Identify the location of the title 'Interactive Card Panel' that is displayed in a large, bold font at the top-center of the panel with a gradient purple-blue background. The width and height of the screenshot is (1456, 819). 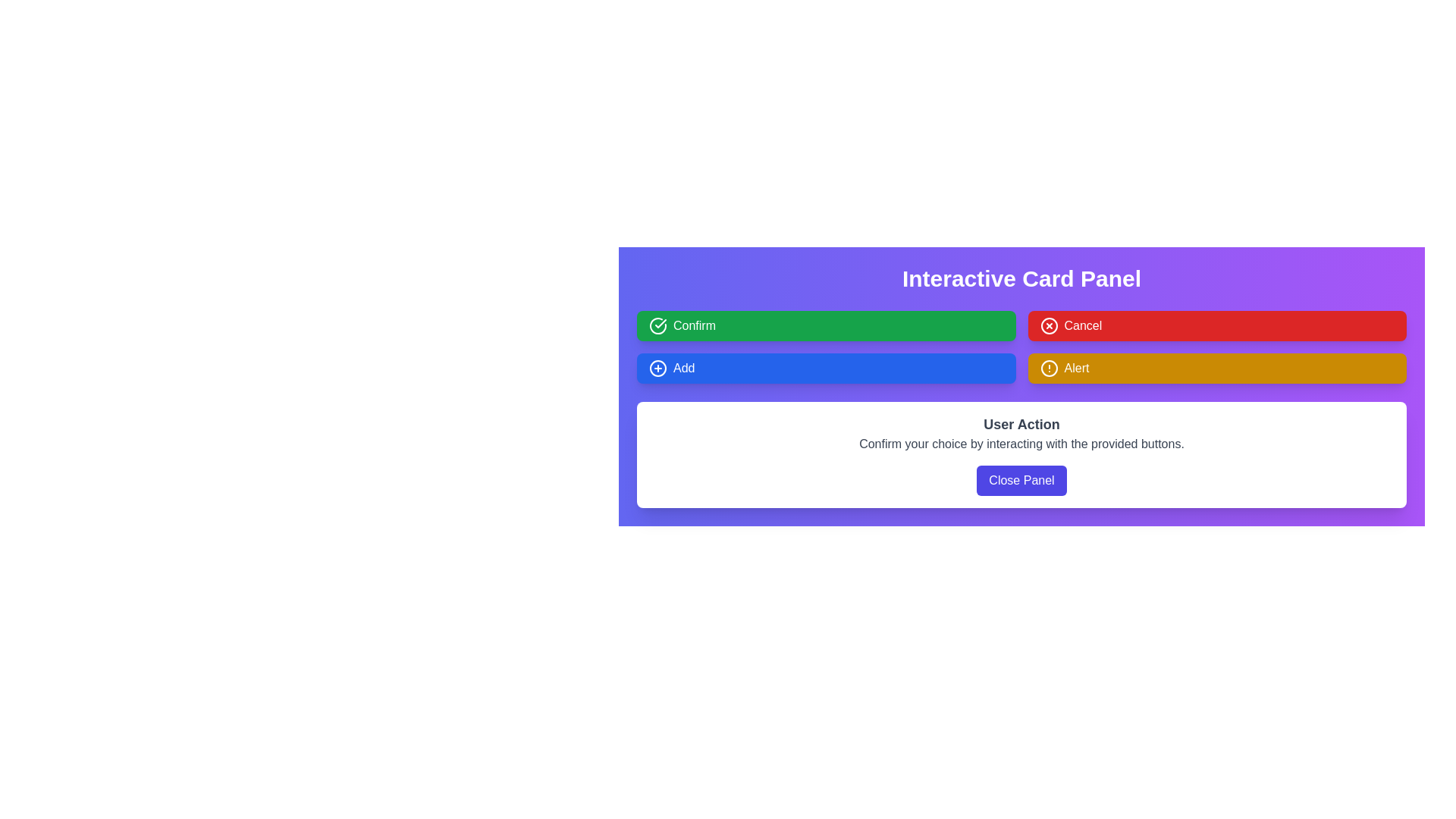
(1021, 278).